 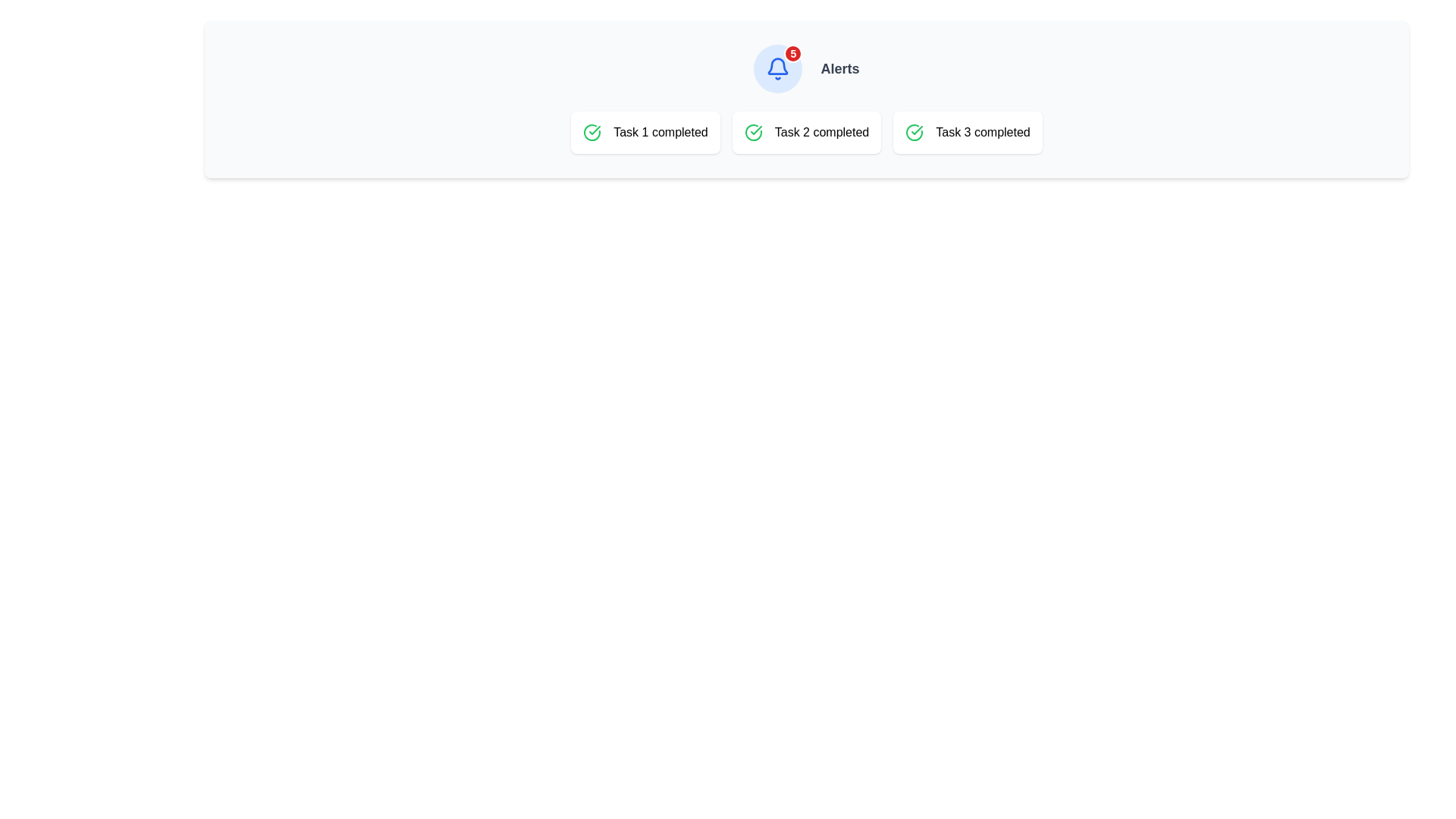 I want to click on the informational card indicating the status of the first task as completed, located at the middle-top section of the page, so click(x=645, y=131).